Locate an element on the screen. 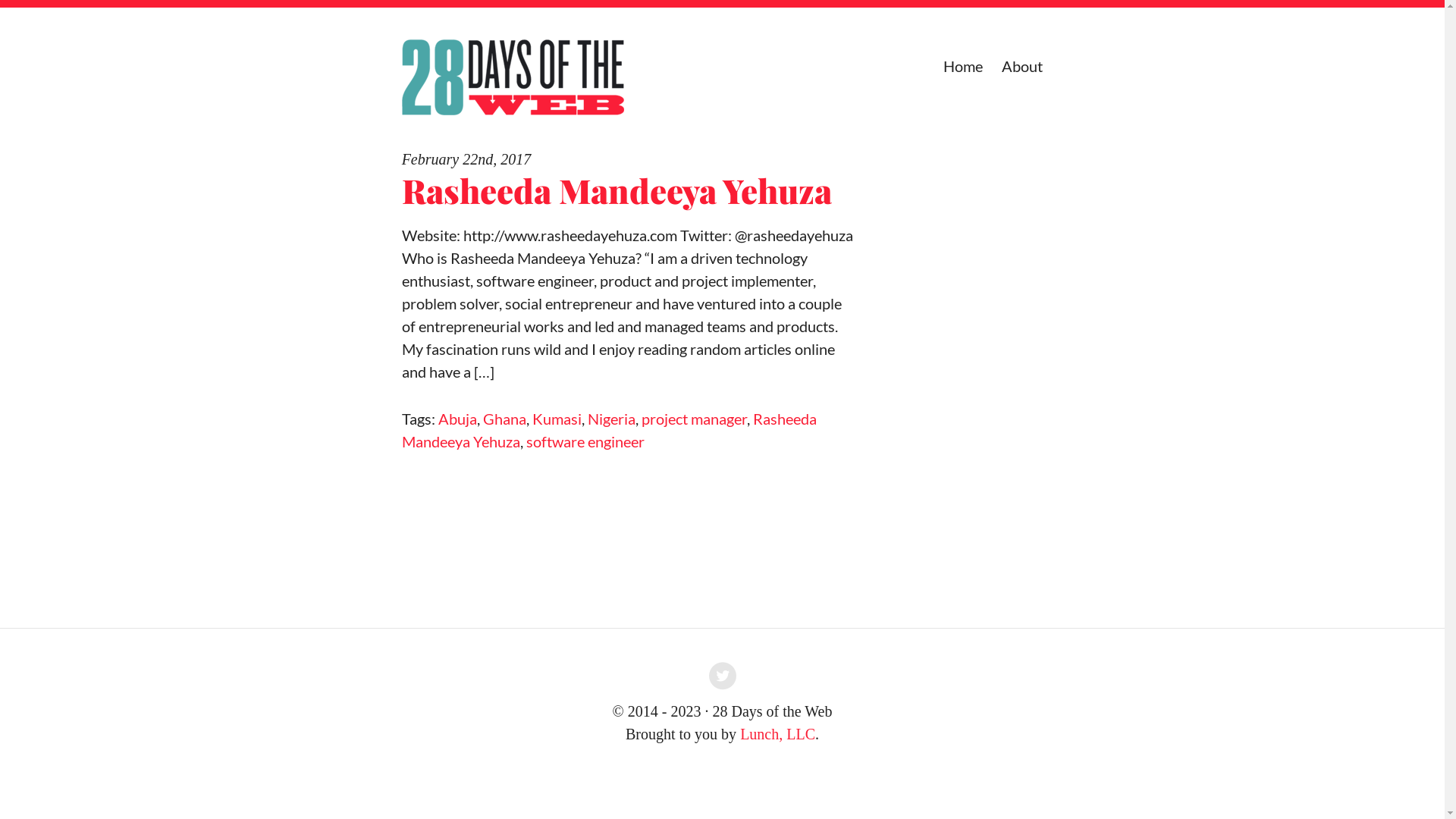 This screenshot has width=1456, height=819. 'project manager' is located at coordinates (641, 418).